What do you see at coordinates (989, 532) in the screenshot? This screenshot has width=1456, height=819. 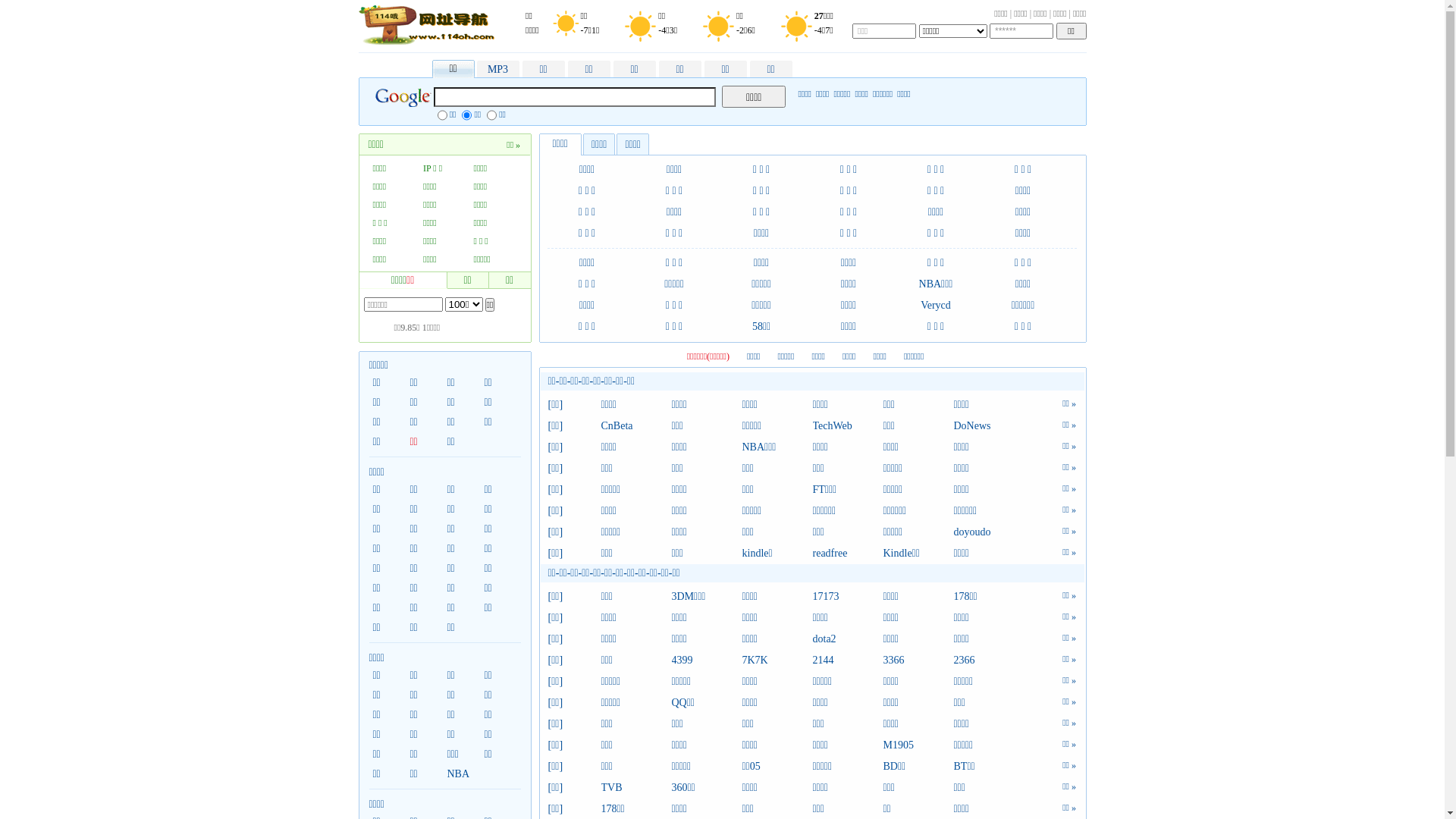 I see `'doyoudo'` at bounding box center [989, 532].